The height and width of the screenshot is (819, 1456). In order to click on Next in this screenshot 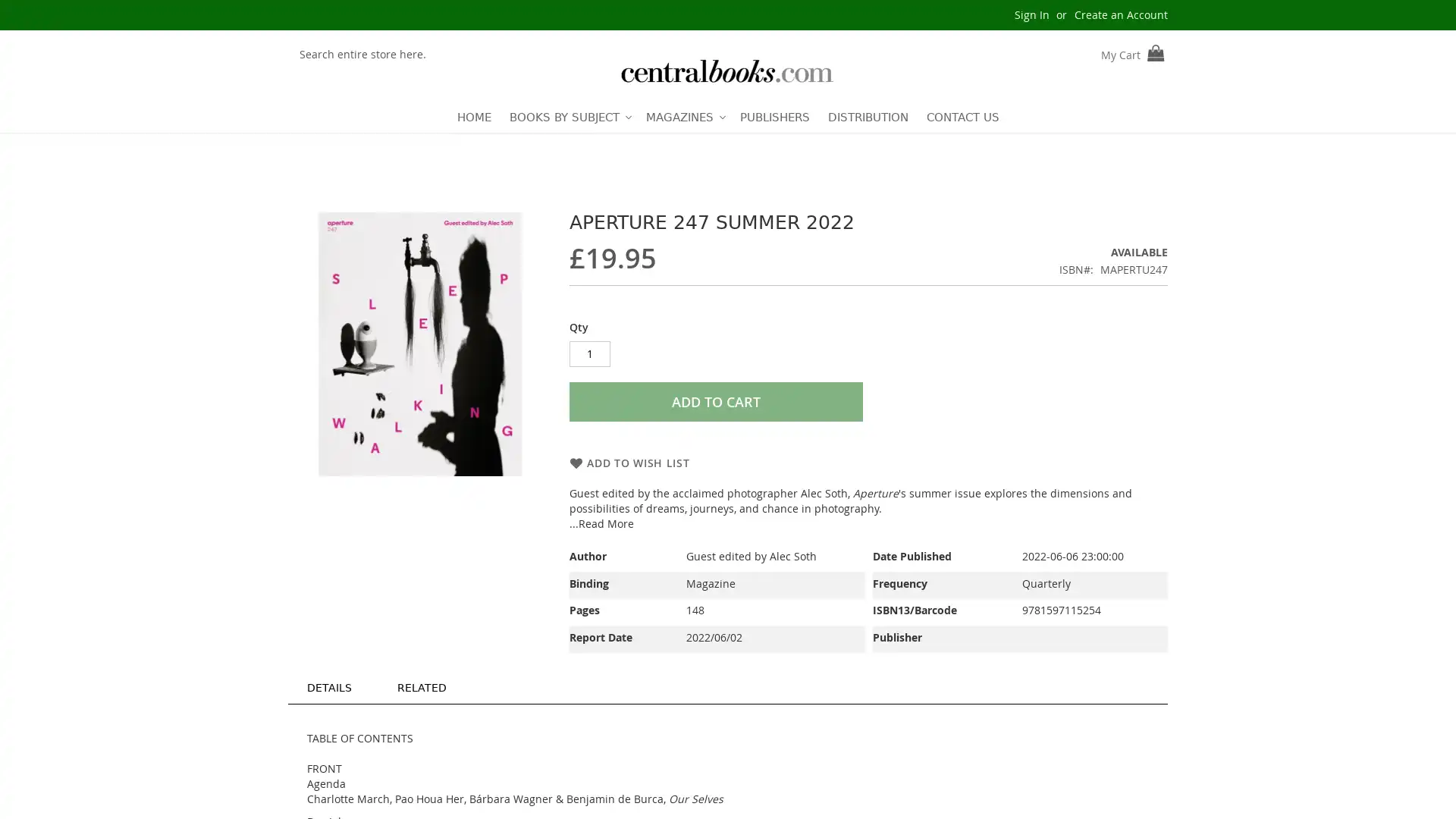, I will do `click(541, 519)`.